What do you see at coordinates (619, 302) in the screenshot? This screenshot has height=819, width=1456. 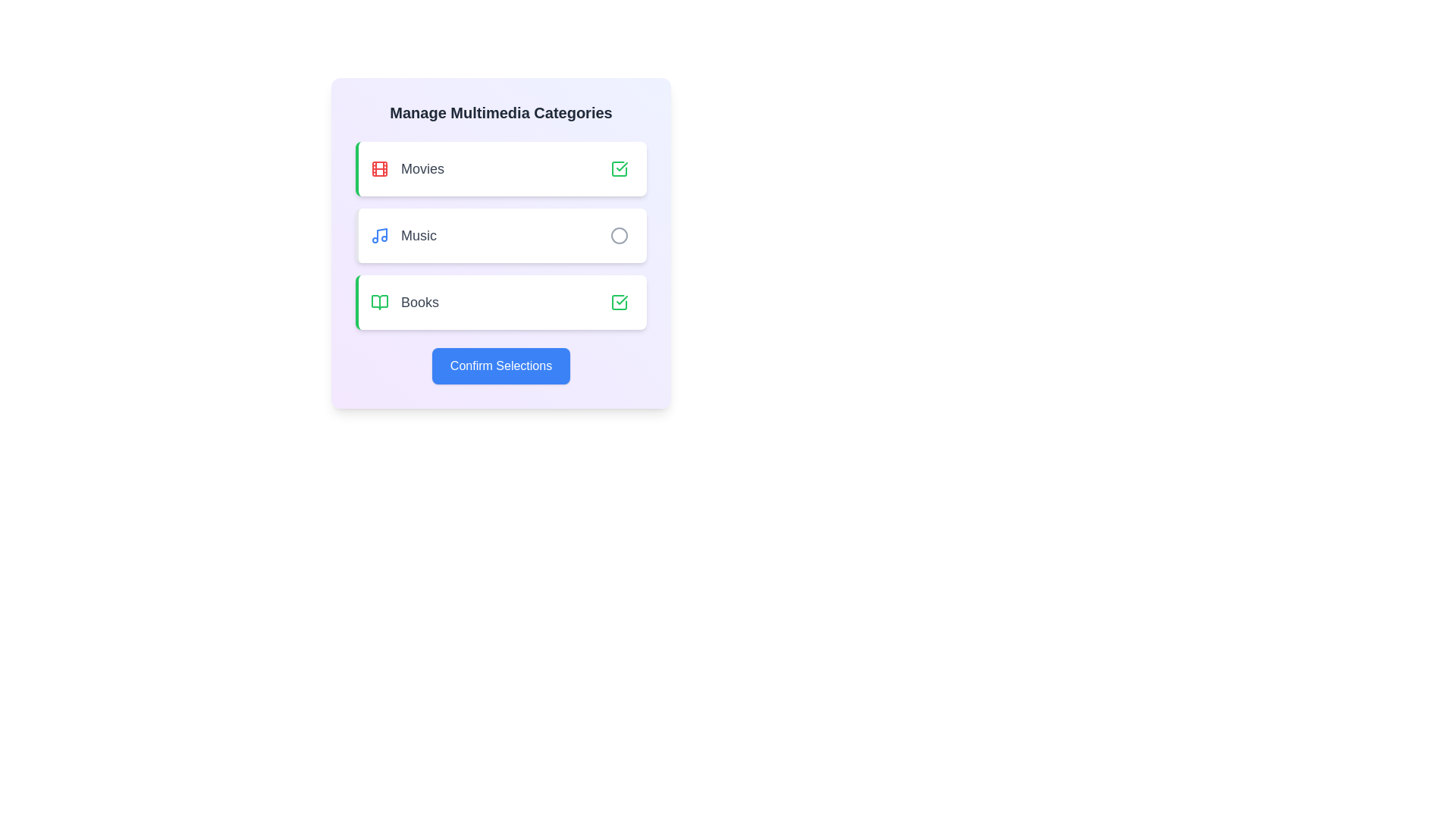 I see `the category Books by clicking its corresponding button` at bounding box center [619, 302].